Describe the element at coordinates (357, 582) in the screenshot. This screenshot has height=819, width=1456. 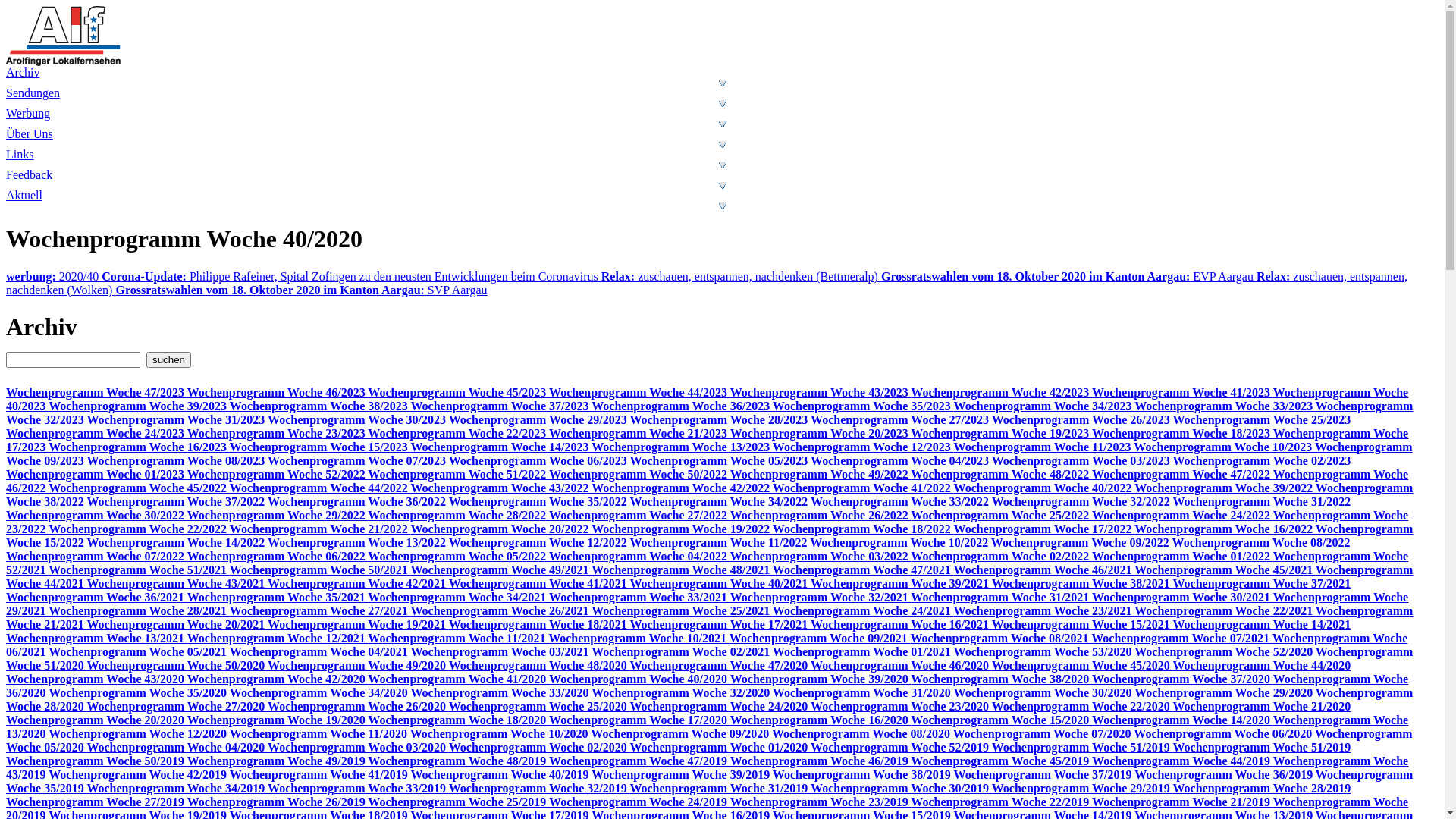
I see `'Wochenprogramm Woche 42/2021'` at that location.